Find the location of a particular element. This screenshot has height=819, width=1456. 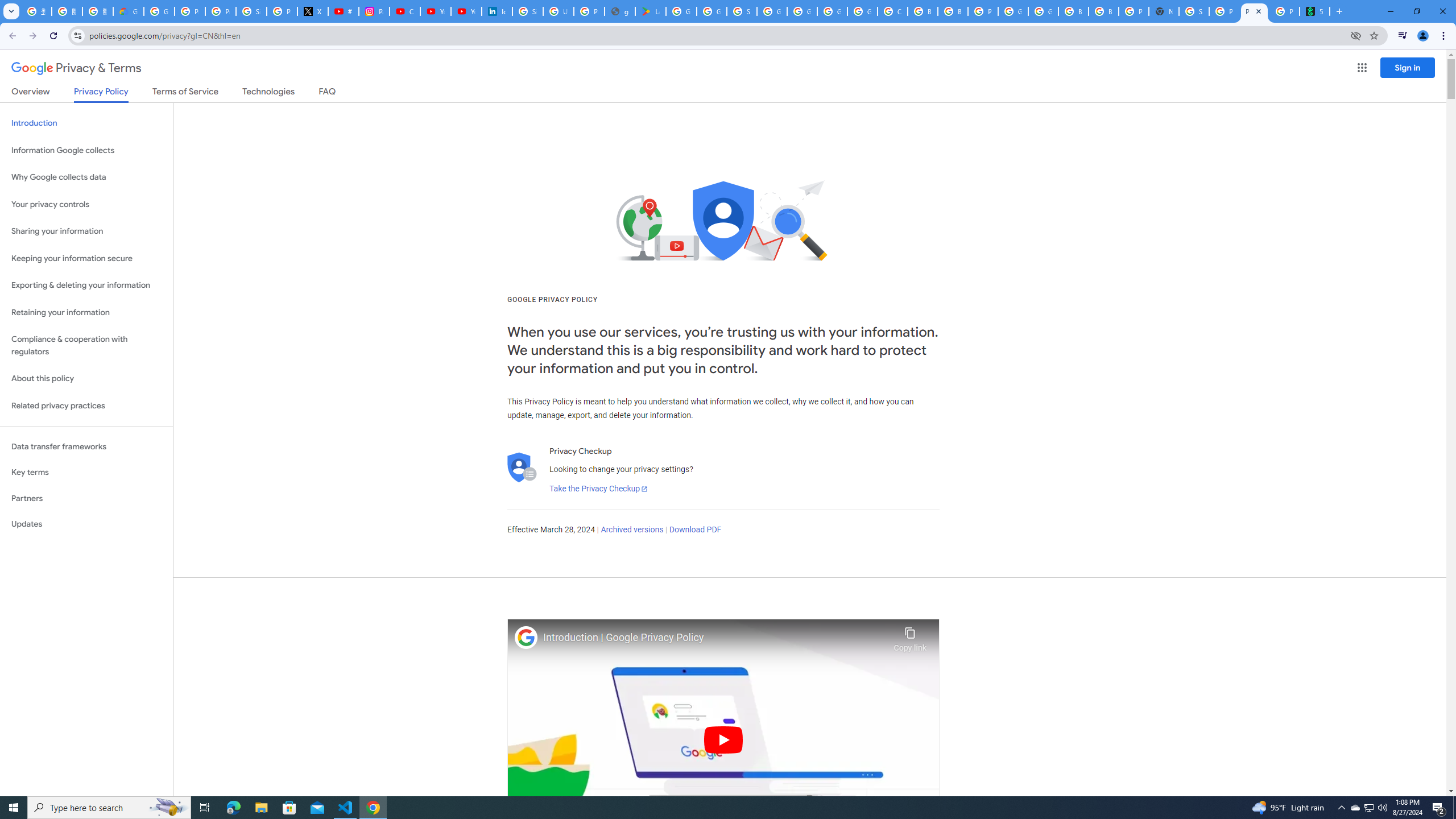

'Google Cloud Platform' is located at coordinates (1043, 11).